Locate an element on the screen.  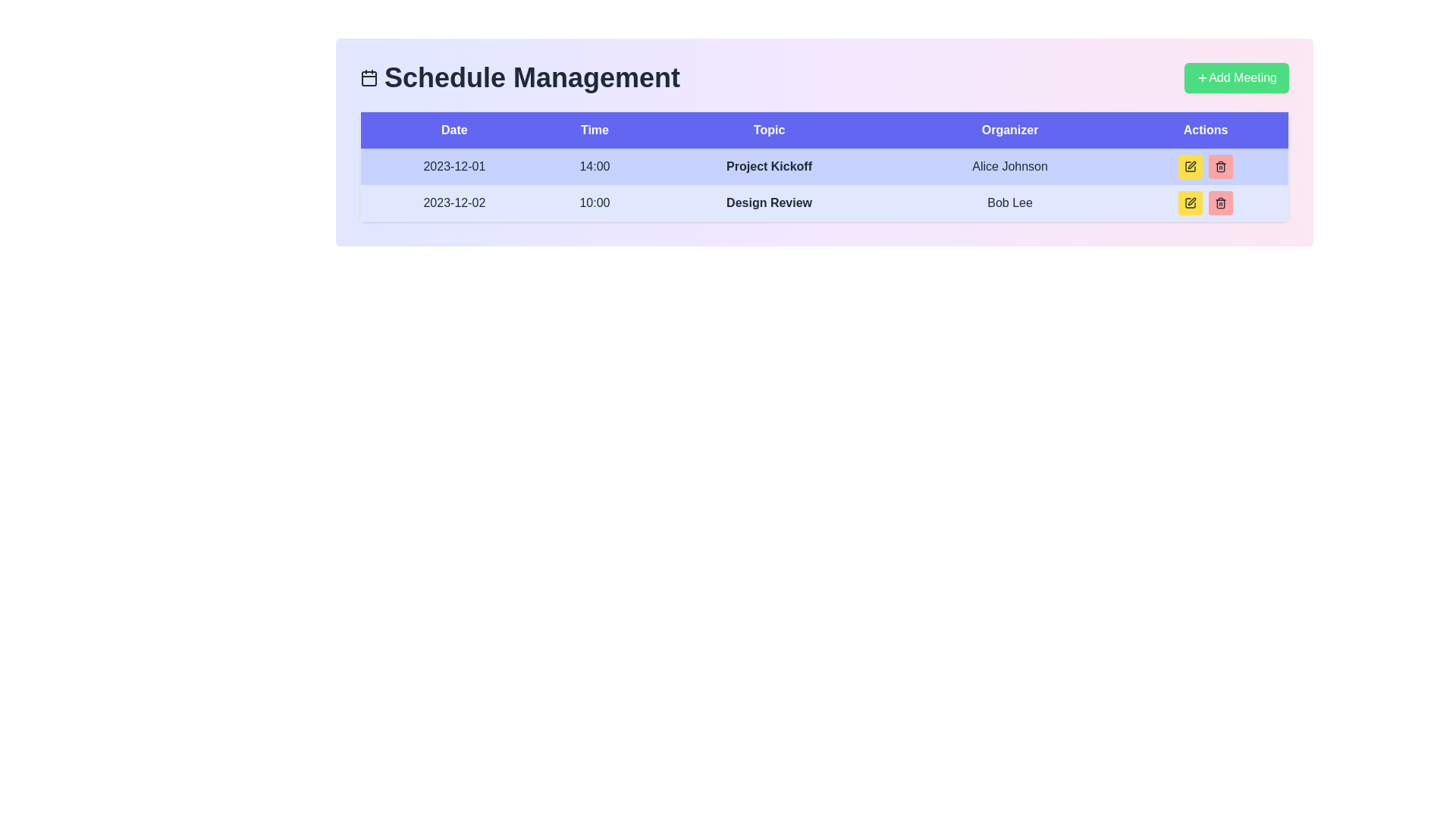
the static text label indicating the organizer's name for the 'Project Kickoff' event, located in the 'Organizer' column of the first row of the table is located at coordinates (1010, 166).